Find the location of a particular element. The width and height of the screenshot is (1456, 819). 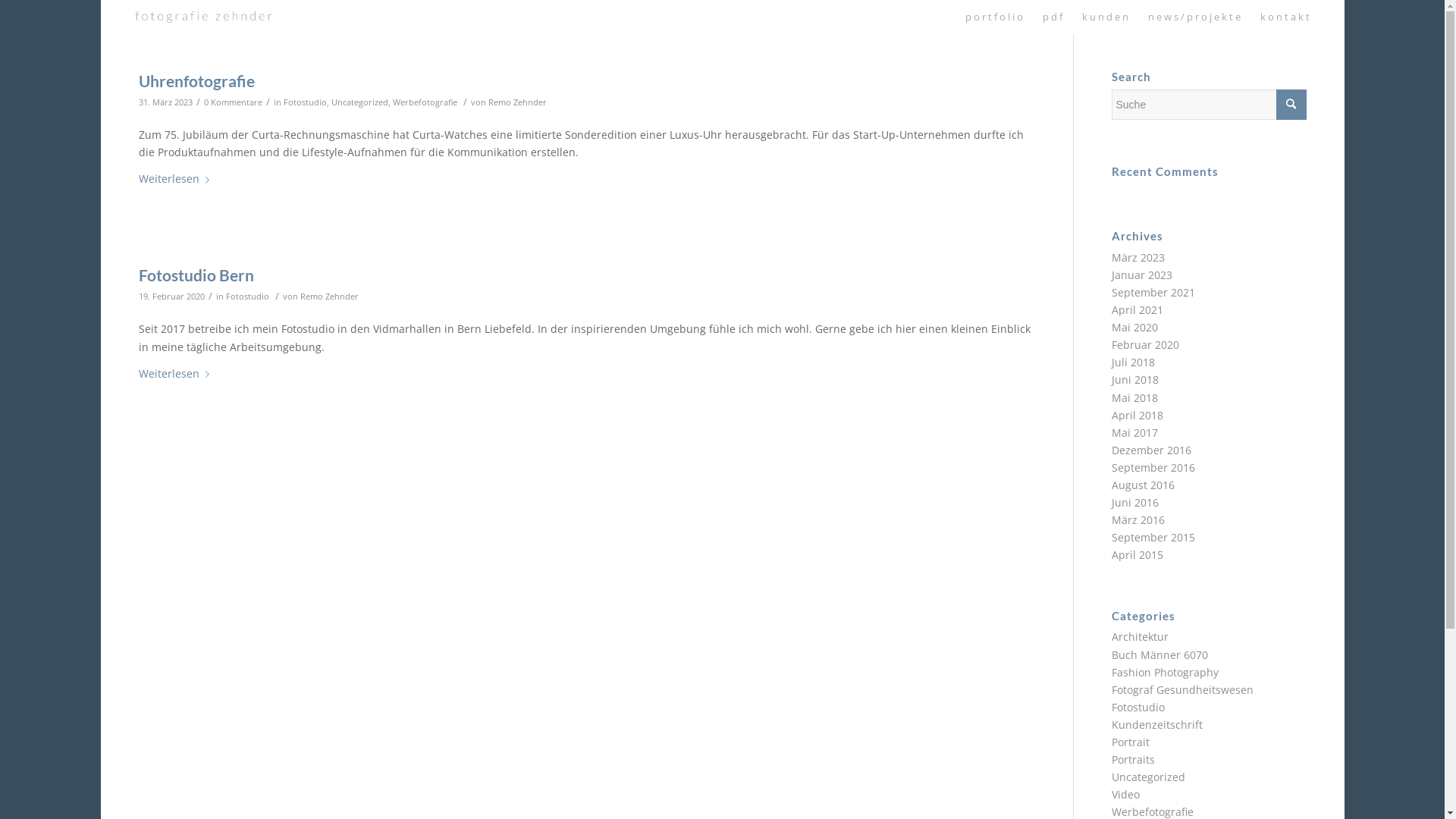

'Mai 2017' is located at coordinates (1134, 432).